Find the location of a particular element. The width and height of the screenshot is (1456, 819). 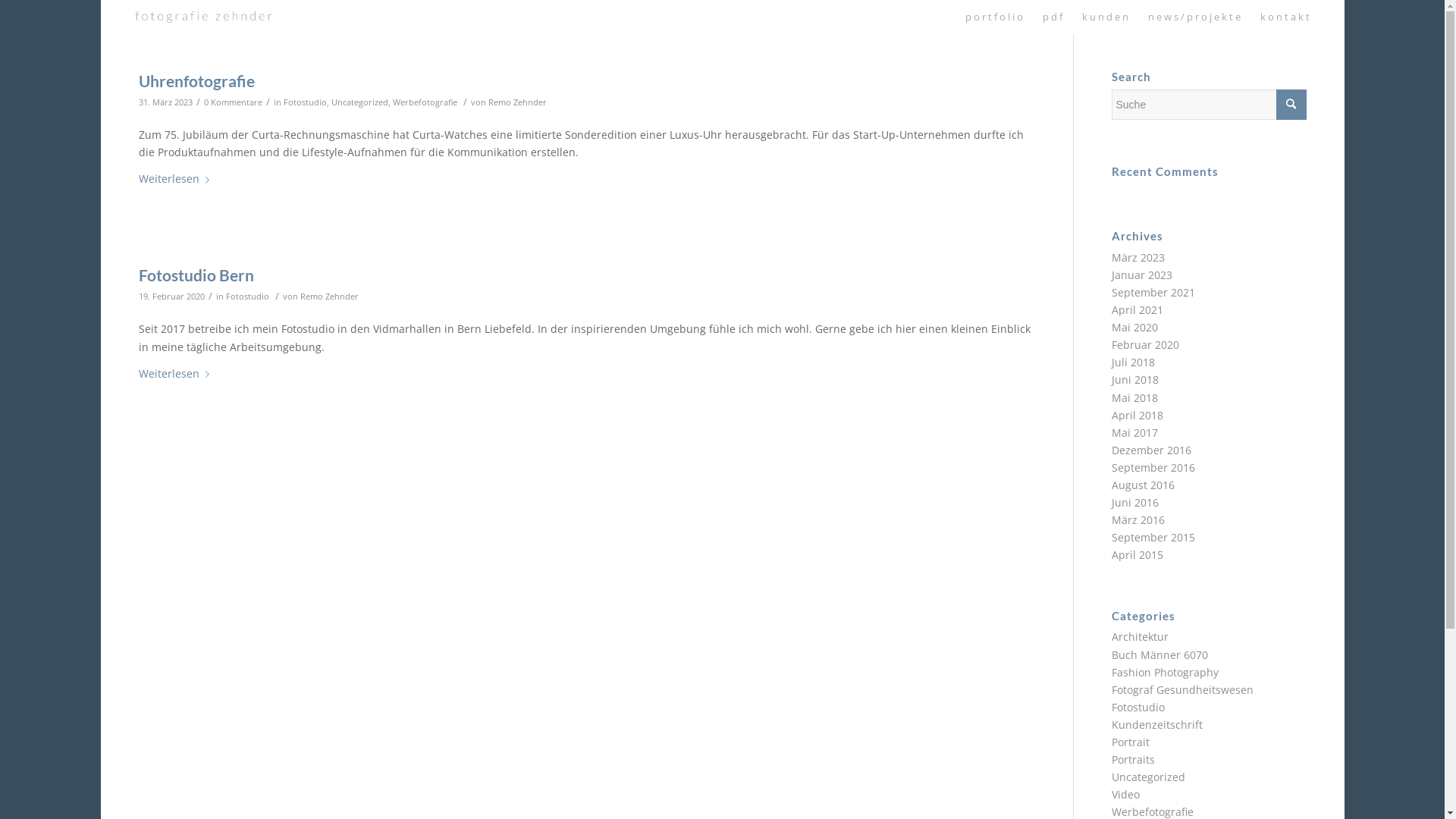

'Mai 2017' is located at coordinates (1134, 432).